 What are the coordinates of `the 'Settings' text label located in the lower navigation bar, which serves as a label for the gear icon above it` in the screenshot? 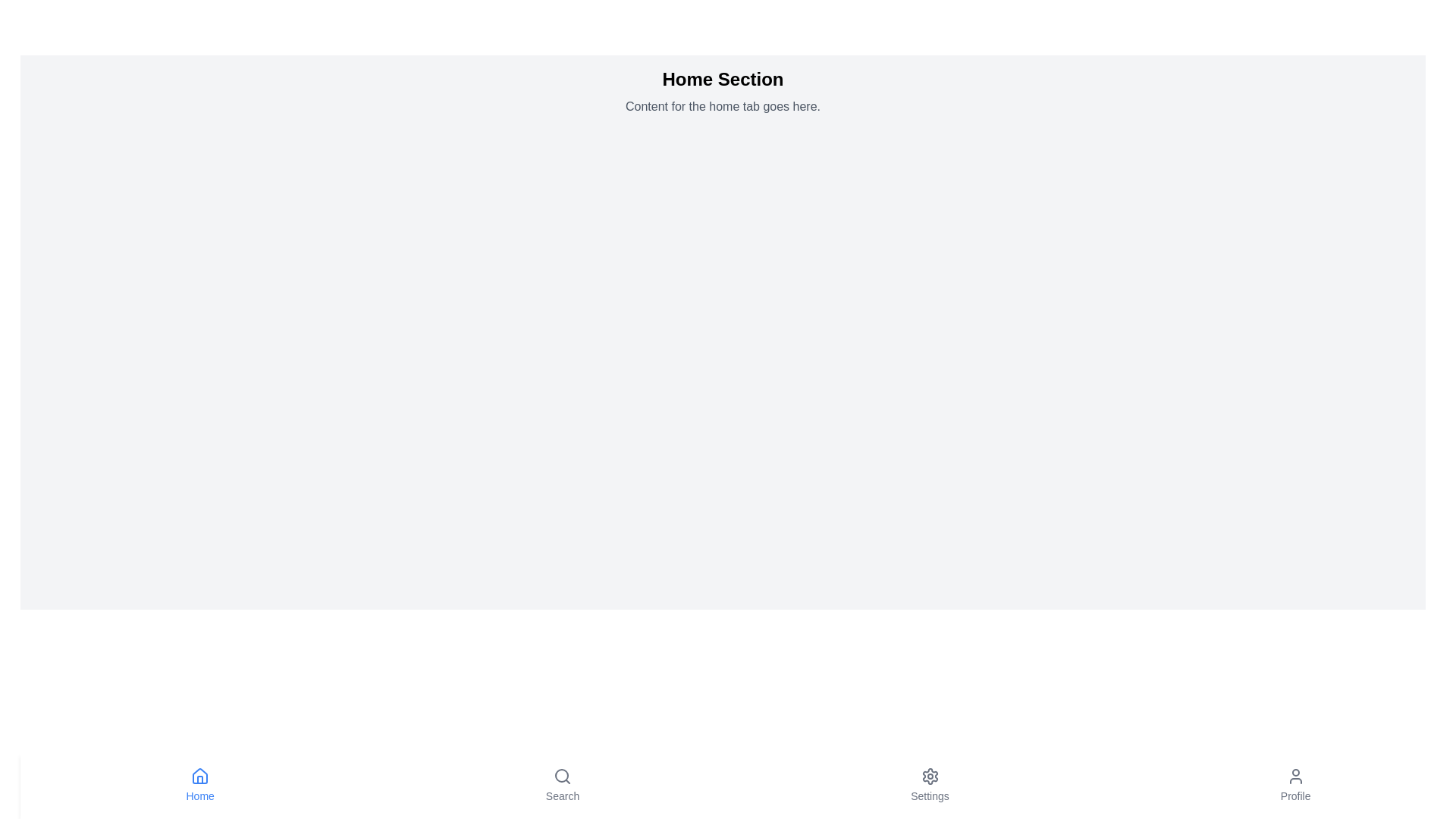 It's located at (929, 795).